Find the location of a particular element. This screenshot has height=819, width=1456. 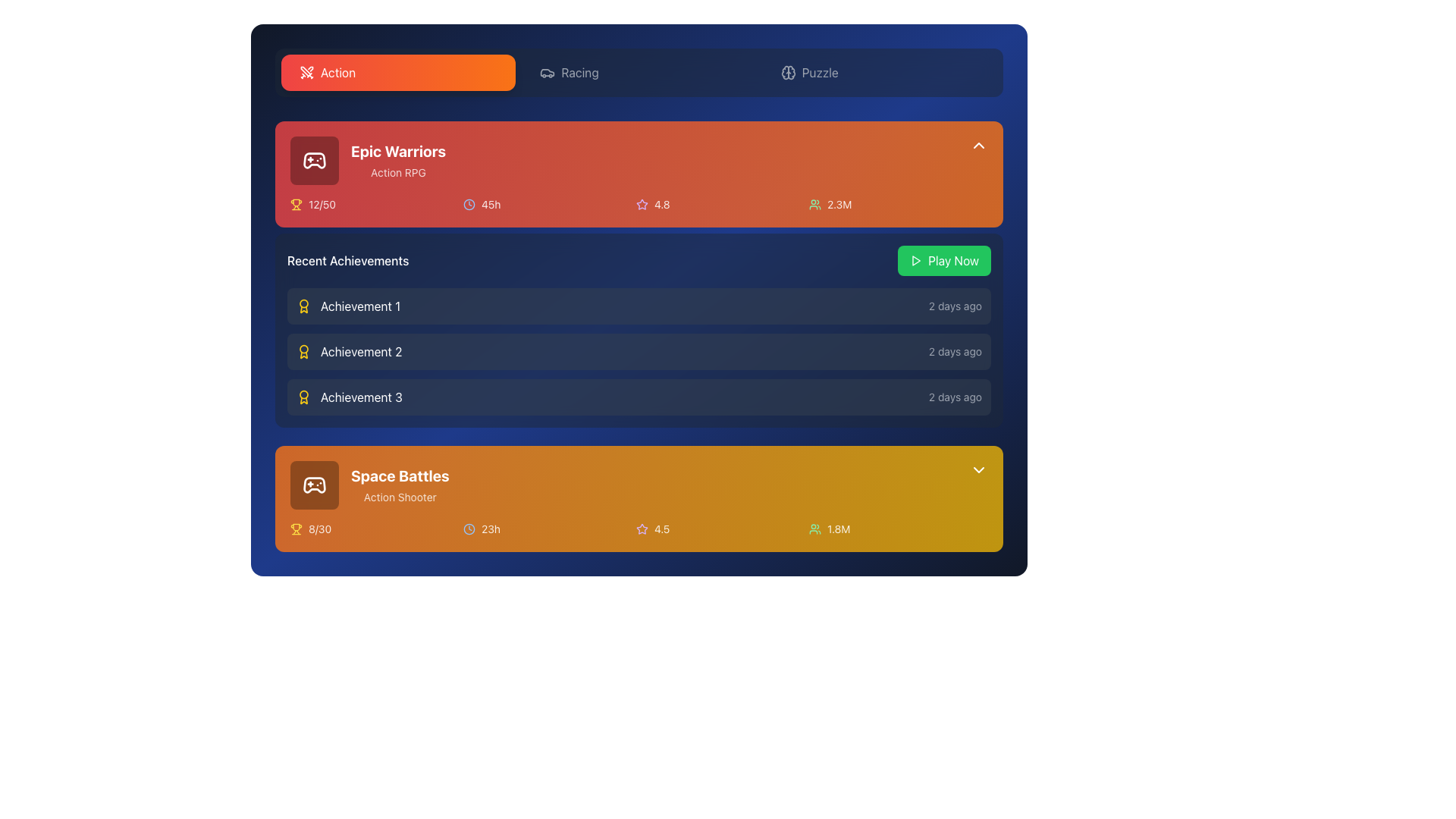

the star-shaped icon for ratings, which is styled with a thin outline and hollow center in a purple hue, located immediately to the left of the numeric rating '4.5' for the 'Space Battles' section is located at coordinates (642, 529).